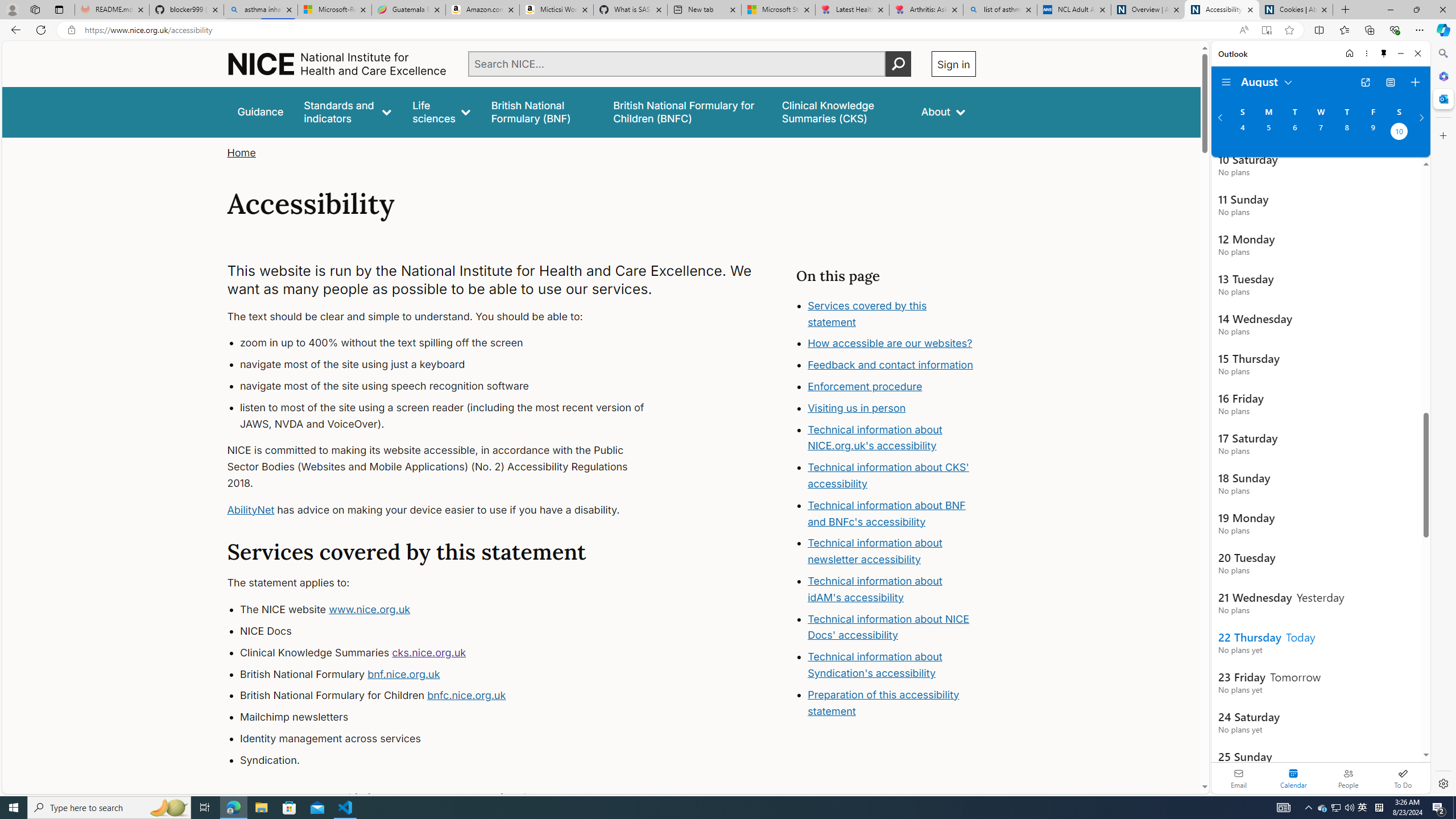 The width and height of the screenshot is (1456, 819). Describe the element at coordinates (874, 664) in the screenshot. I see `'Technical information about Syndication'` at that location.